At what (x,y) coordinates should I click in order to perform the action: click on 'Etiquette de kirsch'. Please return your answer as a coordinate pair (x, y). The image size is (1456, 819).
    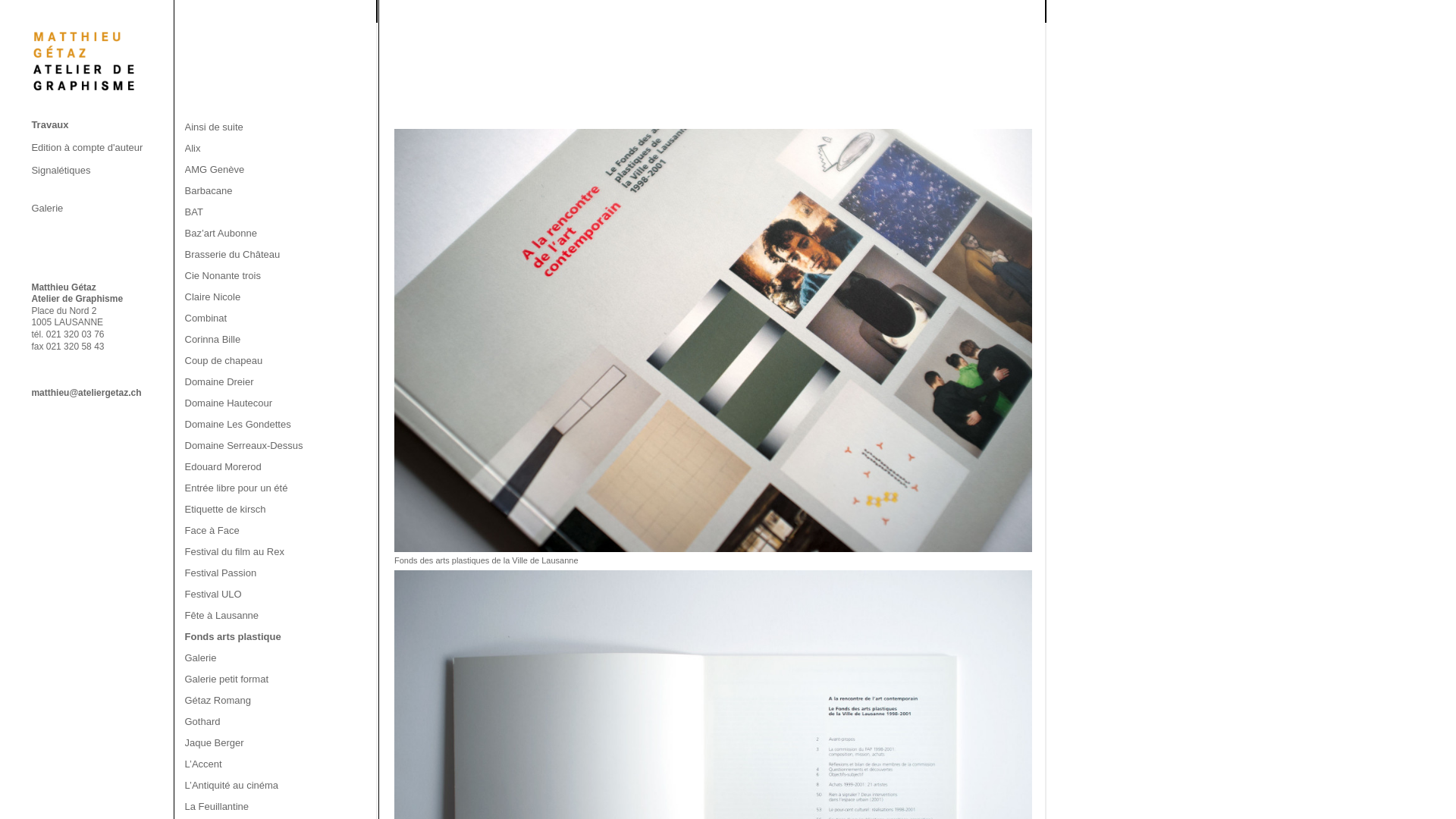
    Looking at the image, I should click on (224, 509).